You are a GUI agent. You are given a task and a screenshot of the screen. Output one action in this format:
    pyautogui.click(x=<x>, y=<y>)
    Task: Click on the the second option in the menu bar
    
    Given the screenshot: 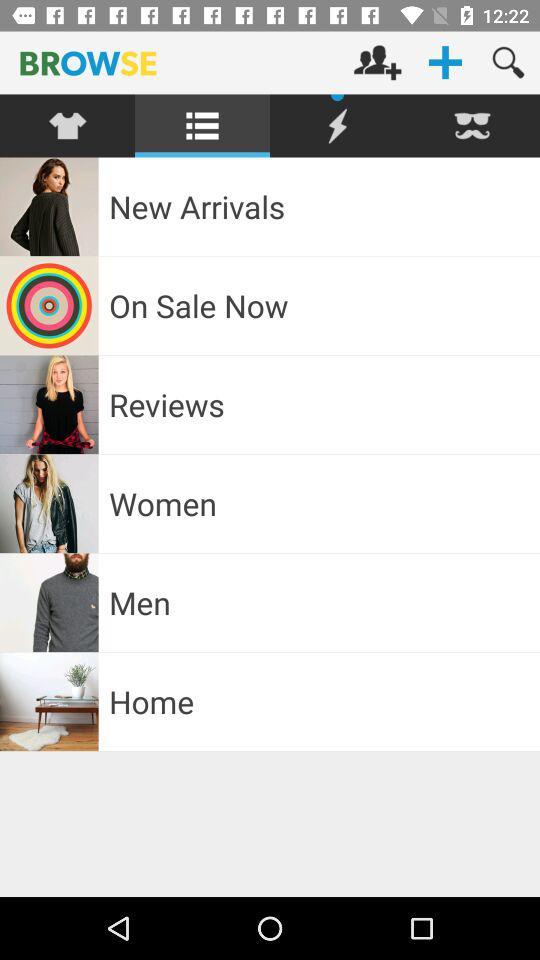 What is the action you would take?
    pyautogui.click(x=202, y=125)
    